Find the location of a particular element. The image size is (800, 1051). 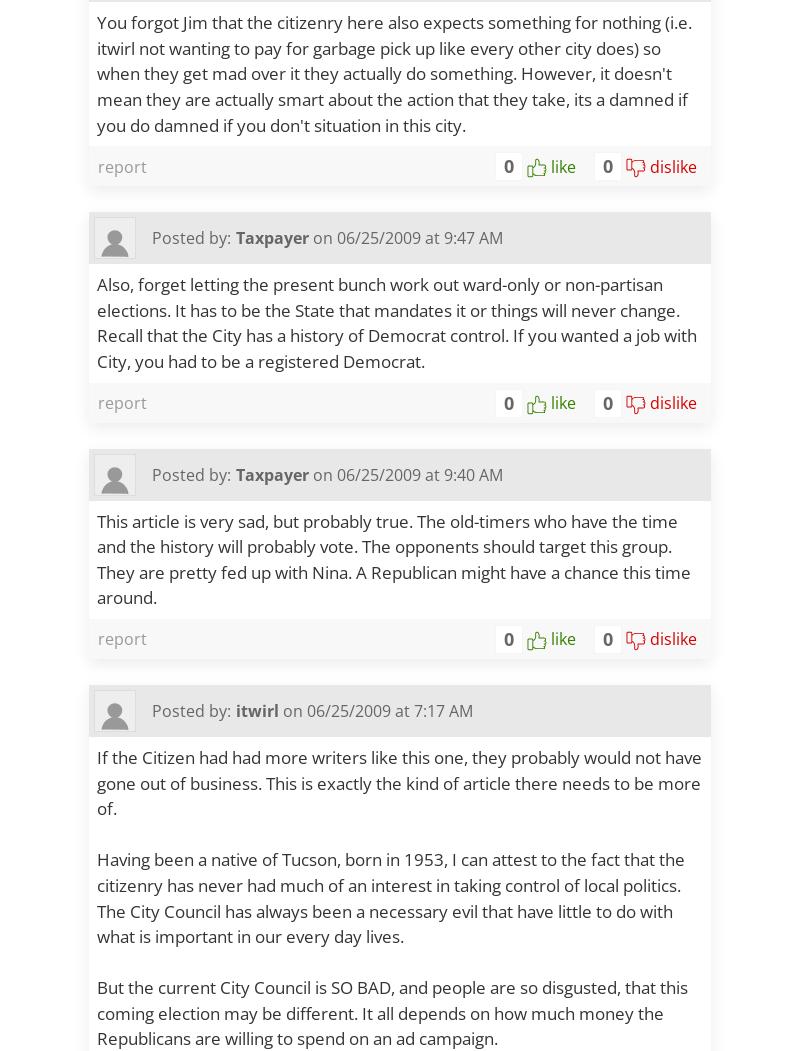

'itwirl' is located at coordinates (256, 708).